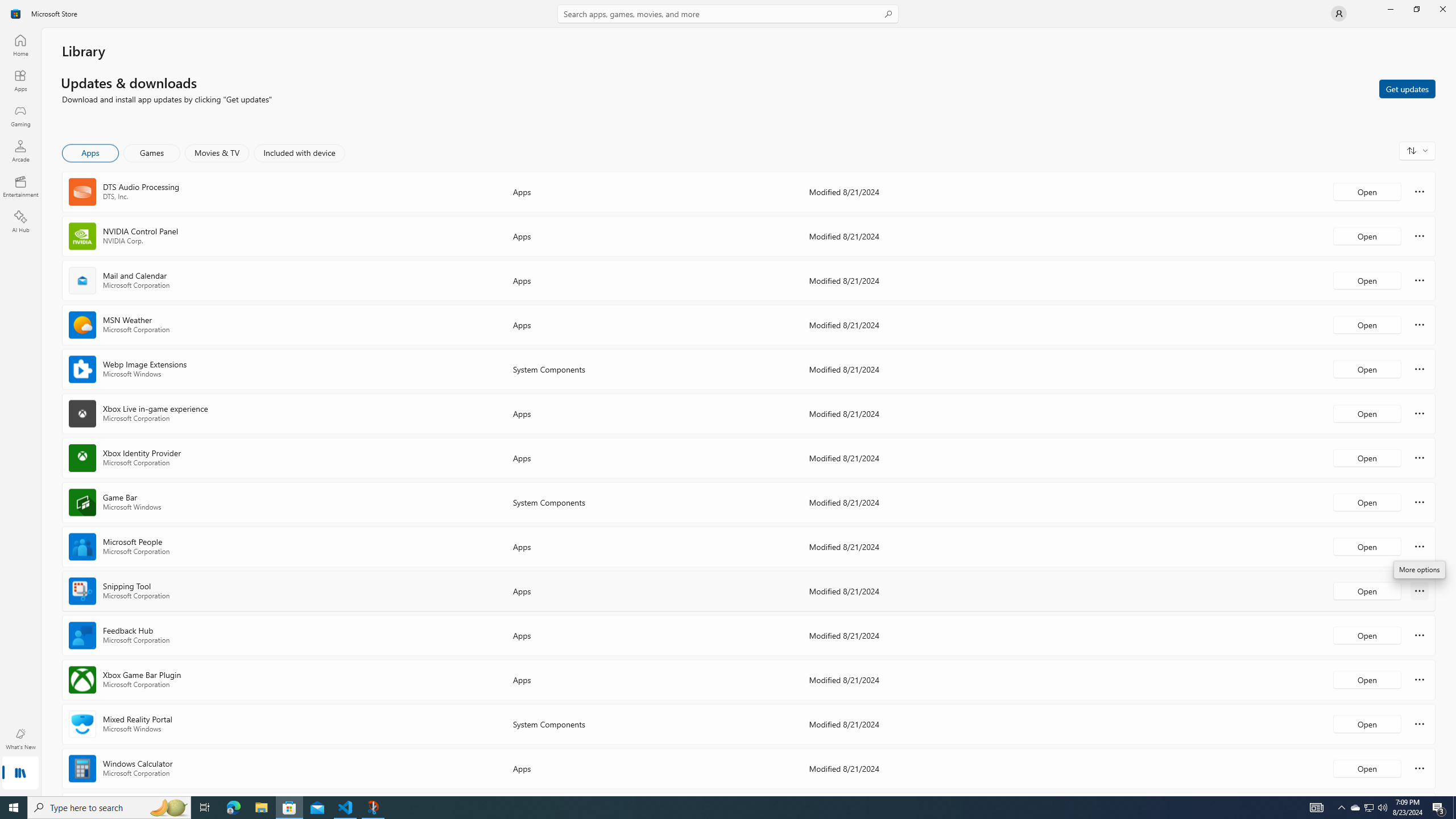  What do you see at coordinates (19, 150) in the screenshot?
I see `'Arcade'` at bounding box center [19, 150].